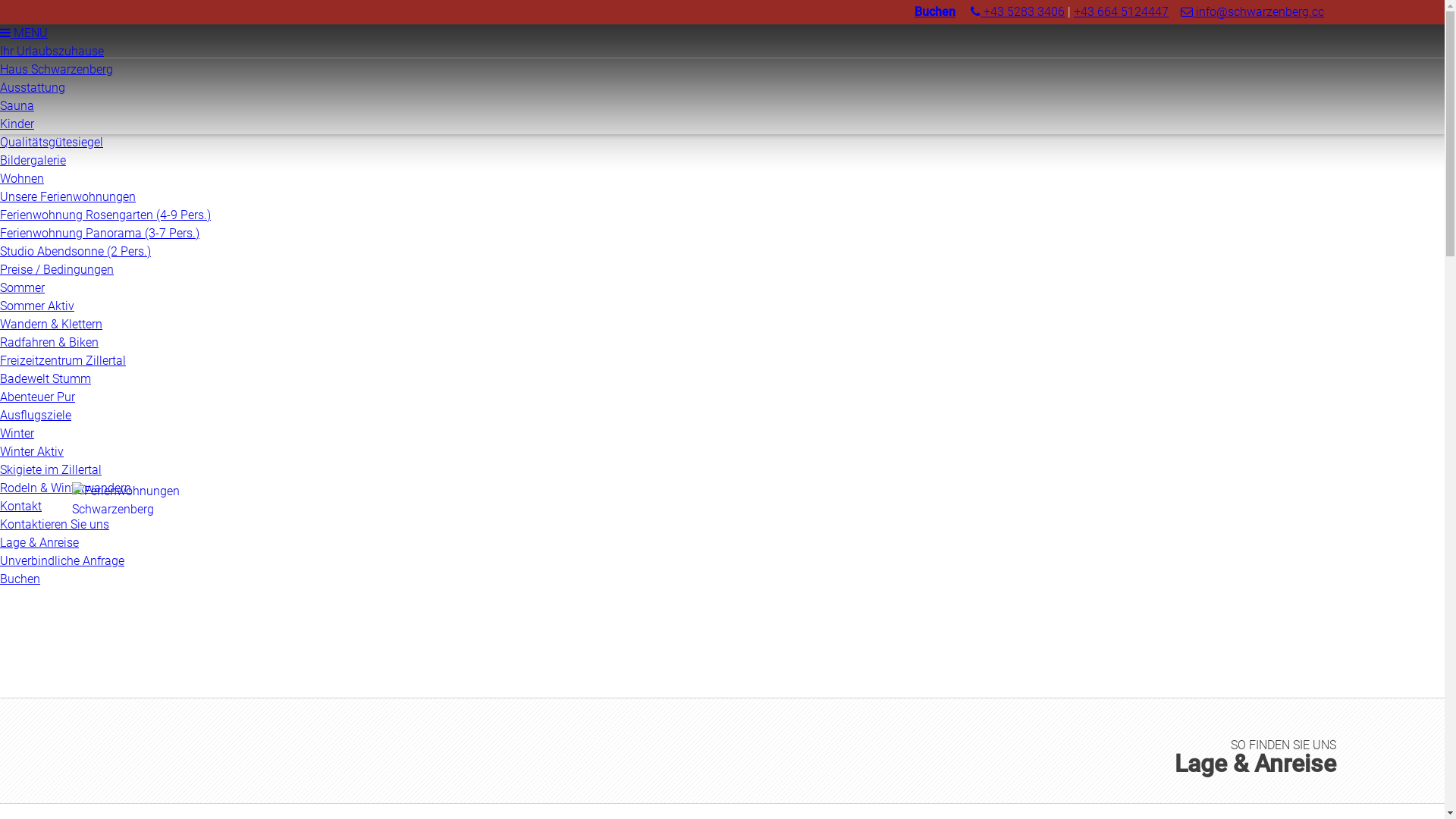 This screenshot has height=819, width=1456. What do you see at coordinates (1179, 11) in the screenshot?
I see `'info@schwarzenberg.cc'` at bounding box center [1179, 11].